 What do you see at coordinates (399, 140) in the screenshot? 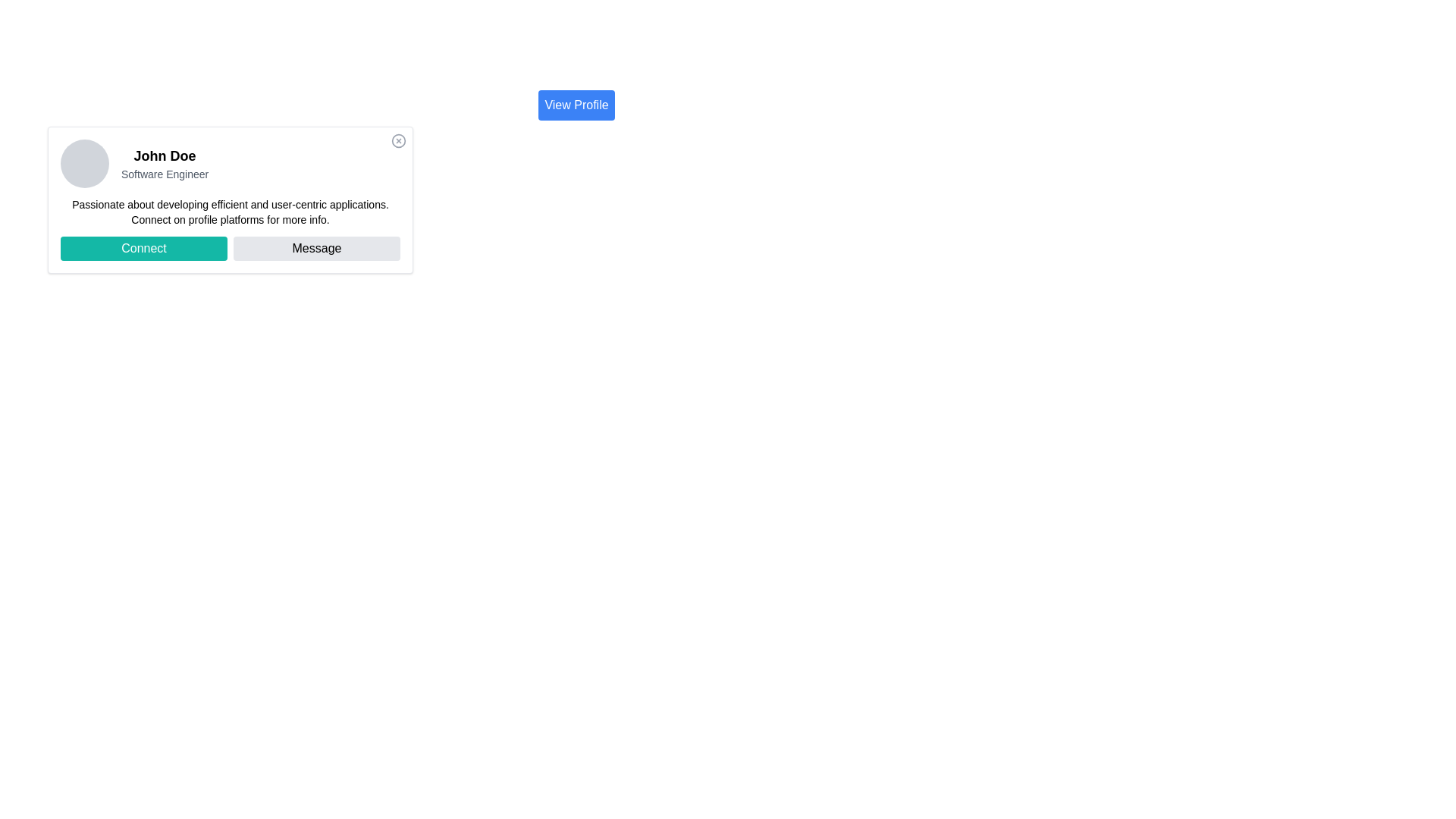
I see `the circular button with an 'X' icon at the top-right corner of the user information card to observe the color change effect` at bounding box center [399, 140].